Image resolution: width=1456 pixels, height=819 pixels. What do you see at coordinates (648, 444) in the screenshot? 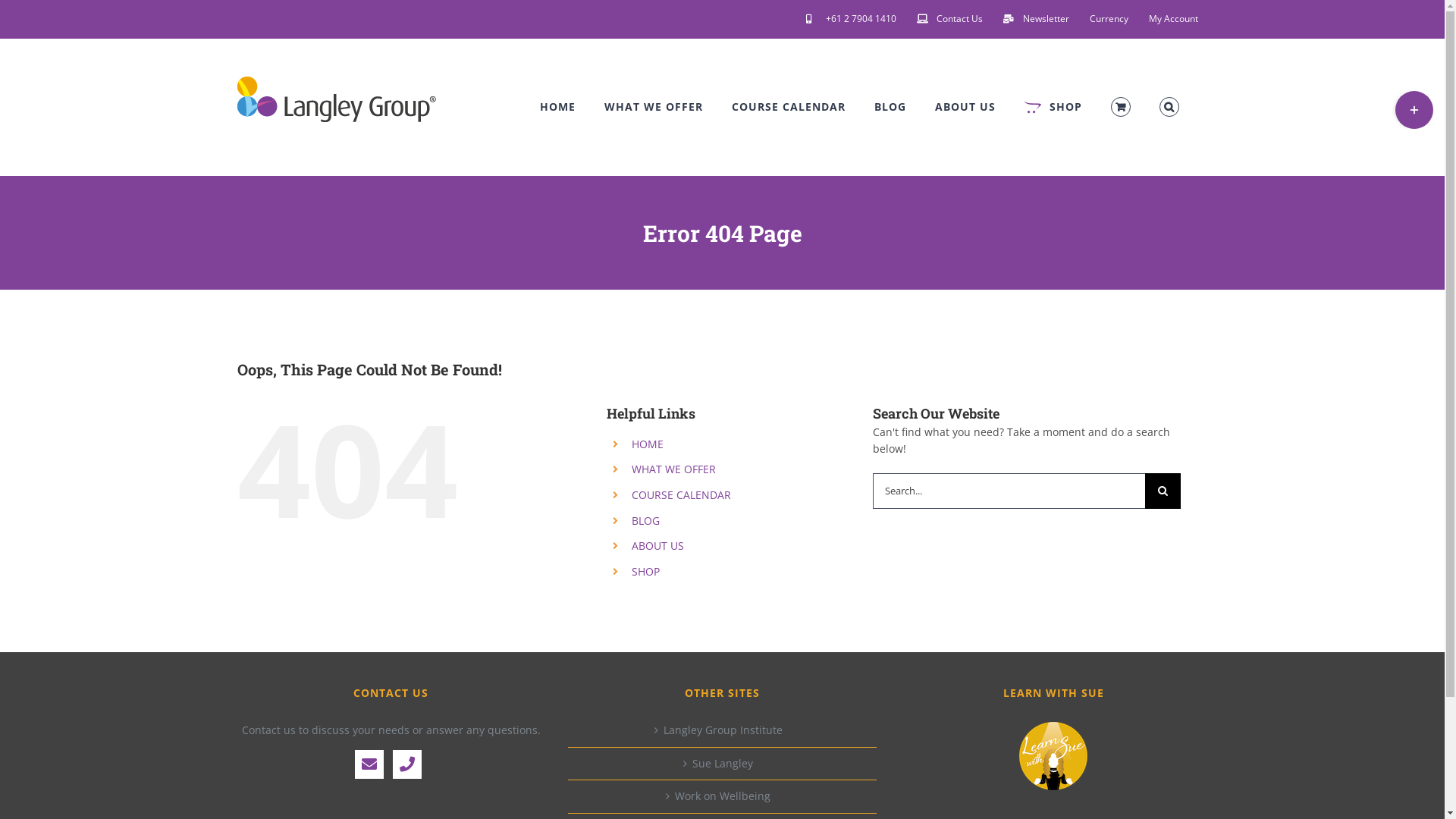
I see `'HOME'` at bounding box center [648, 444].